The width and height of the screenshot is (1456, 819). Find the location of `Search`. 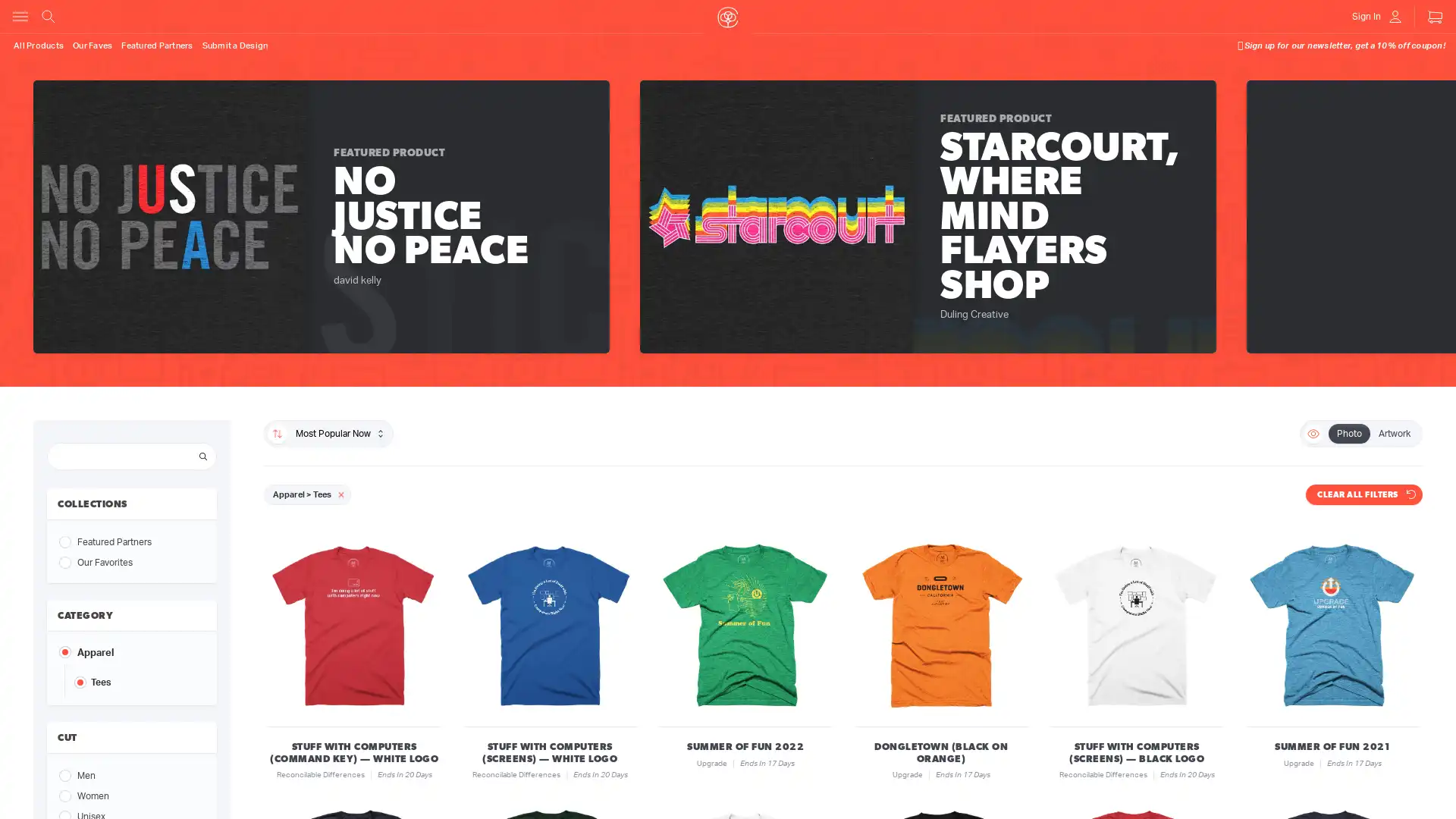

Search is located at coordinates (202, 475).